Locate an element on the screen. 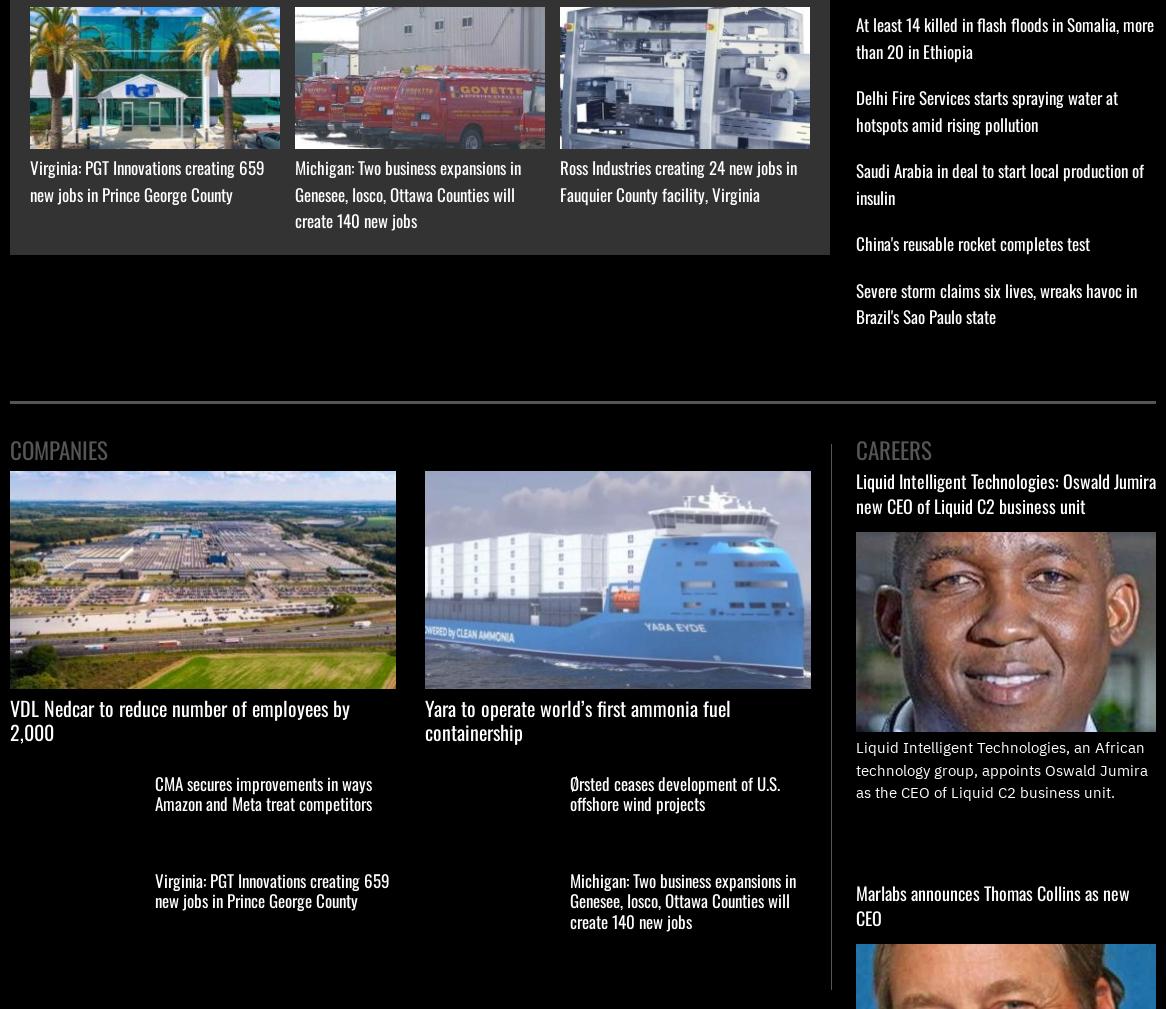 The width and height of the screenshot is (1166, 1009). 'Liquid Intelligent Technologies, an African technology group, appoints Oswald Jumira as the CEO of Liquid C2 business unit.' is located at coordinates (1000, 769).